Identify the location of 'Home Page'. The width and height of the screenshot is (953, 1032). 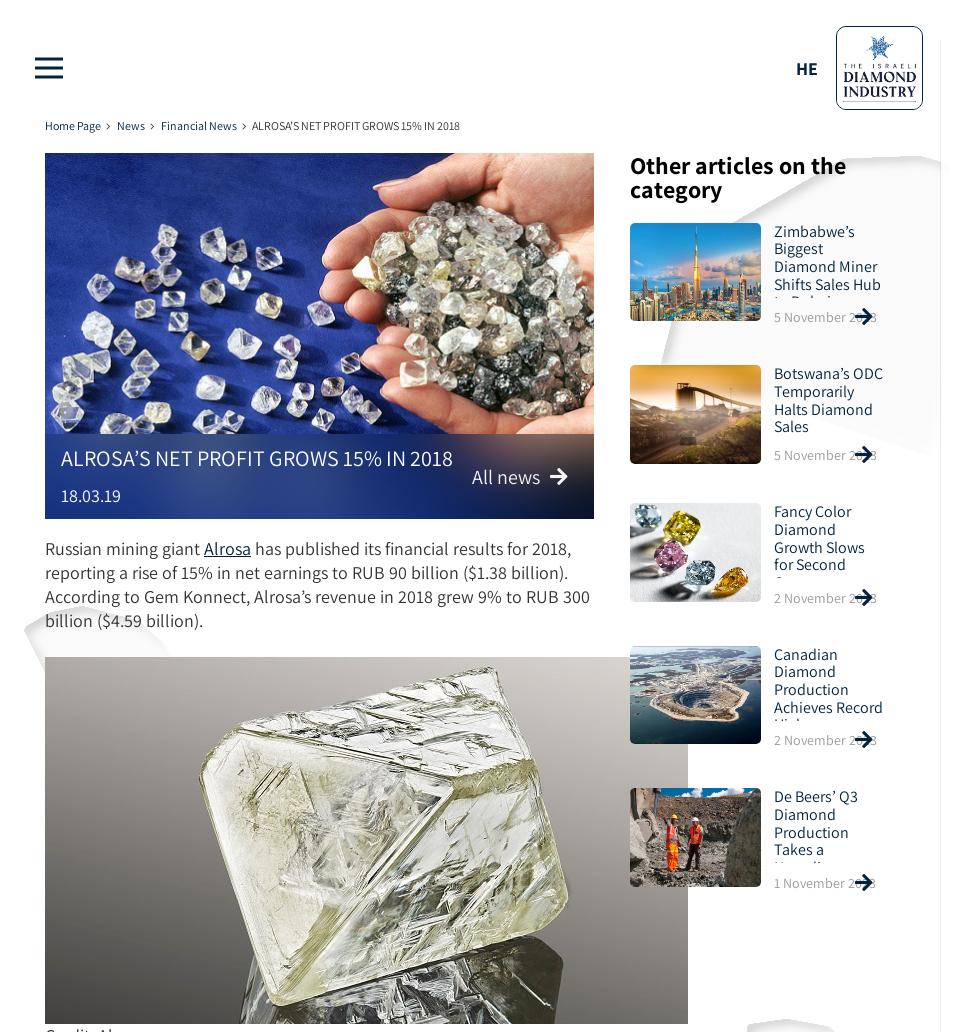
(71, 125).